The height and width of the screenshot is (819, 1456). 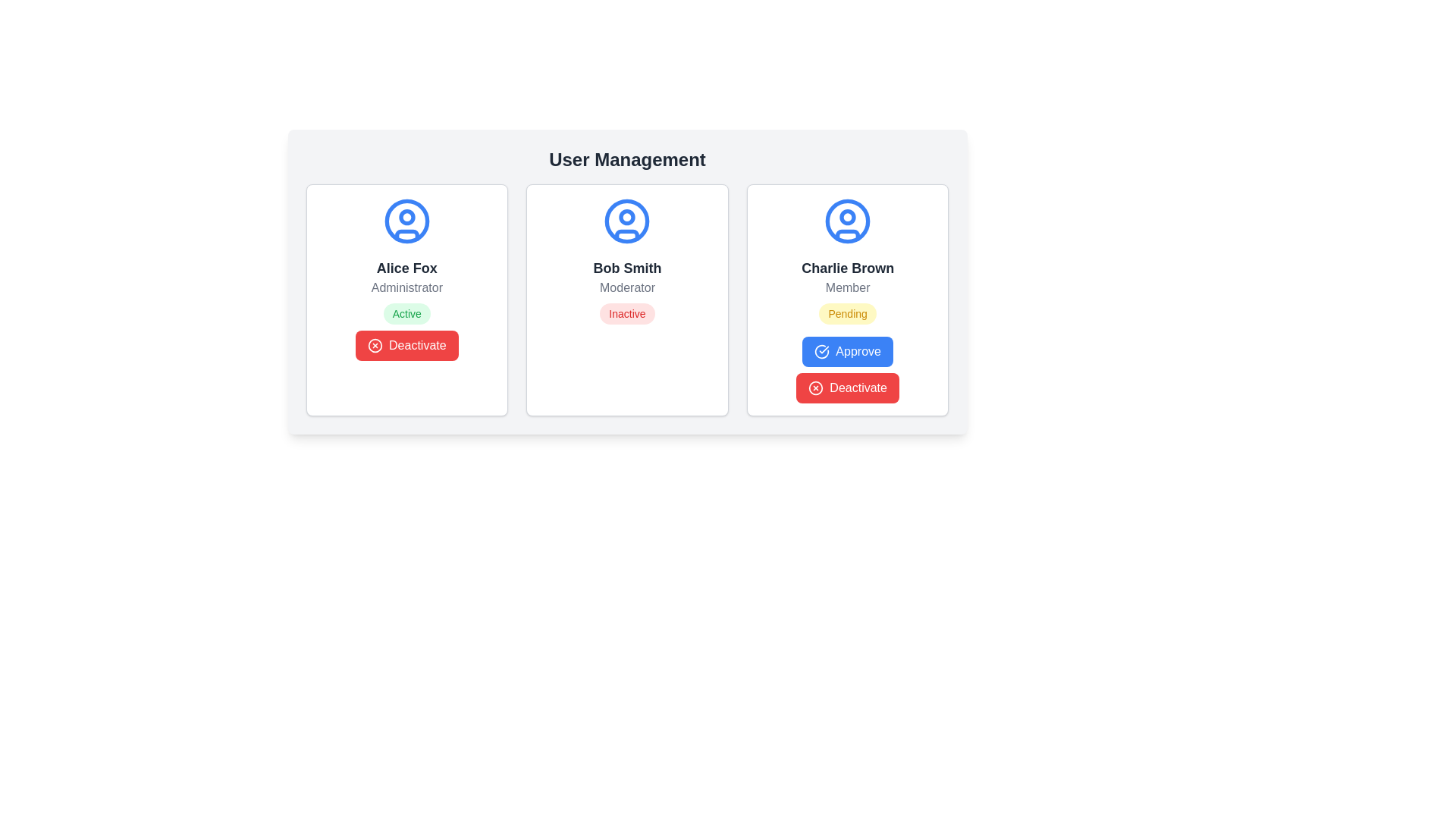 What do you see at coordinates (406, 345) in the screenshot?
I see `the deactivate button located below the 'Active' status tag in the card for 'Alice Fox'` at bounding box center [406, 345].